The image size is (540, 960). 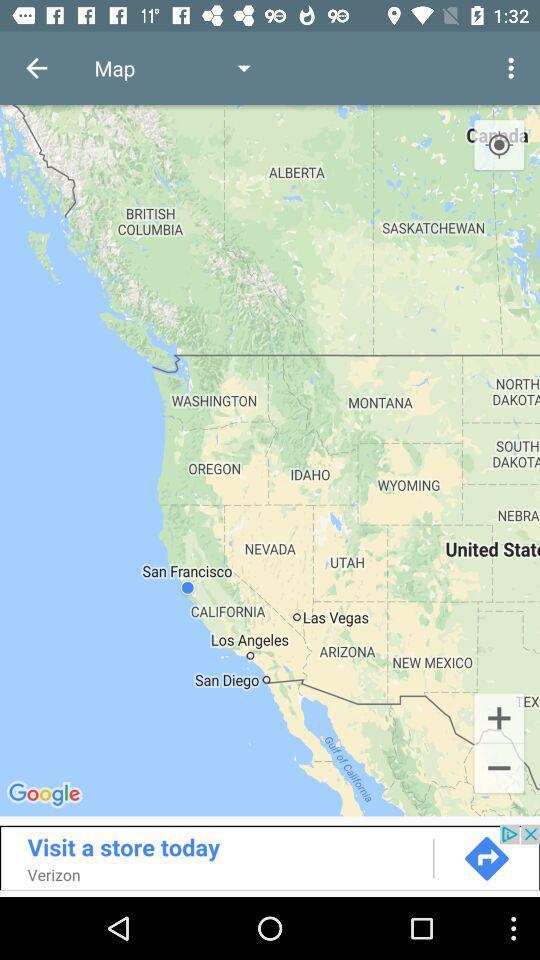 I want to click on open advertisement, so click(x=270, y=856).